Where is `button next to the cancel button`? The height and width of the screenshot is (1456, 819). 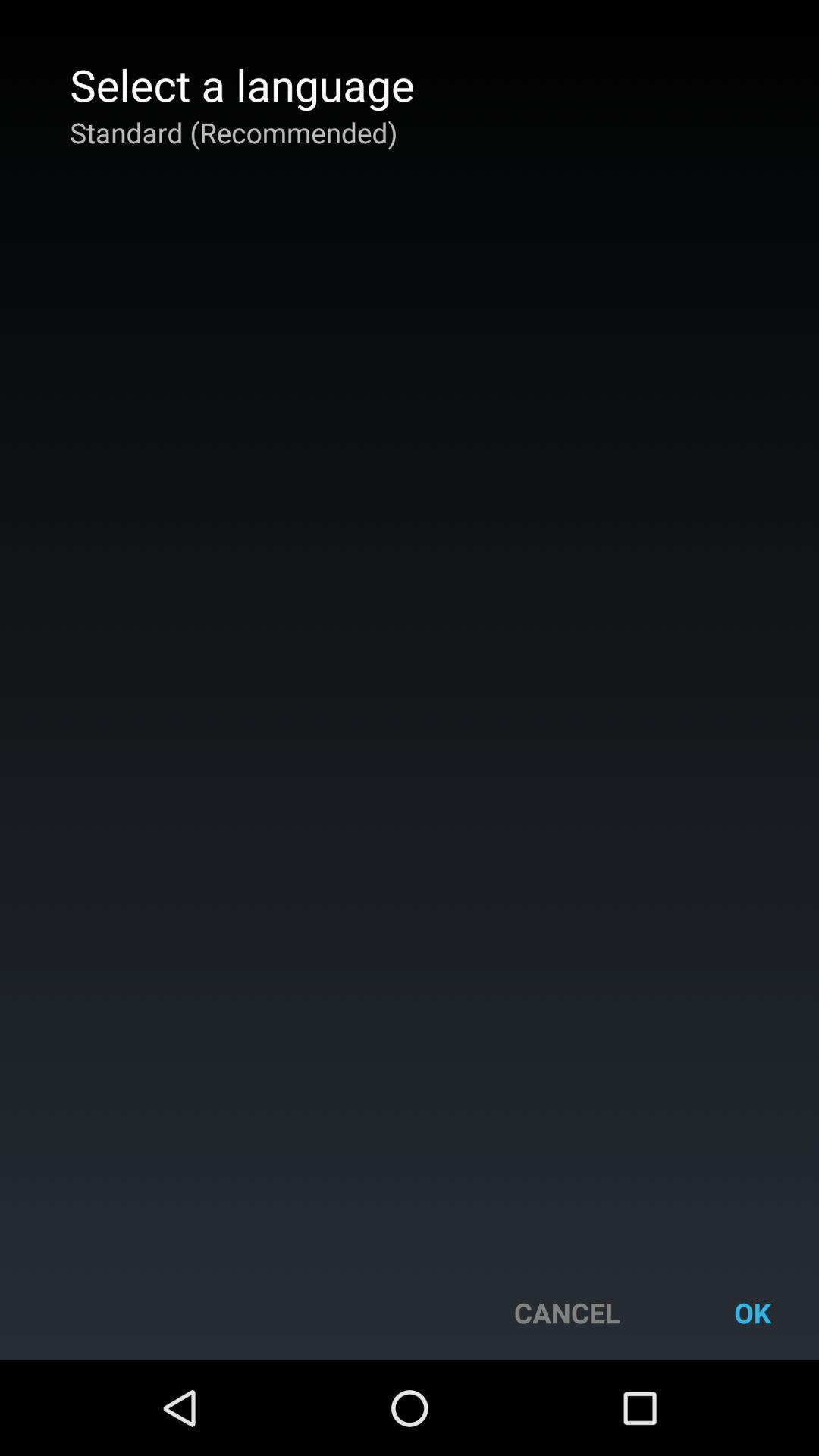
button next to the cancel button is located at coordinates (752, 1312).